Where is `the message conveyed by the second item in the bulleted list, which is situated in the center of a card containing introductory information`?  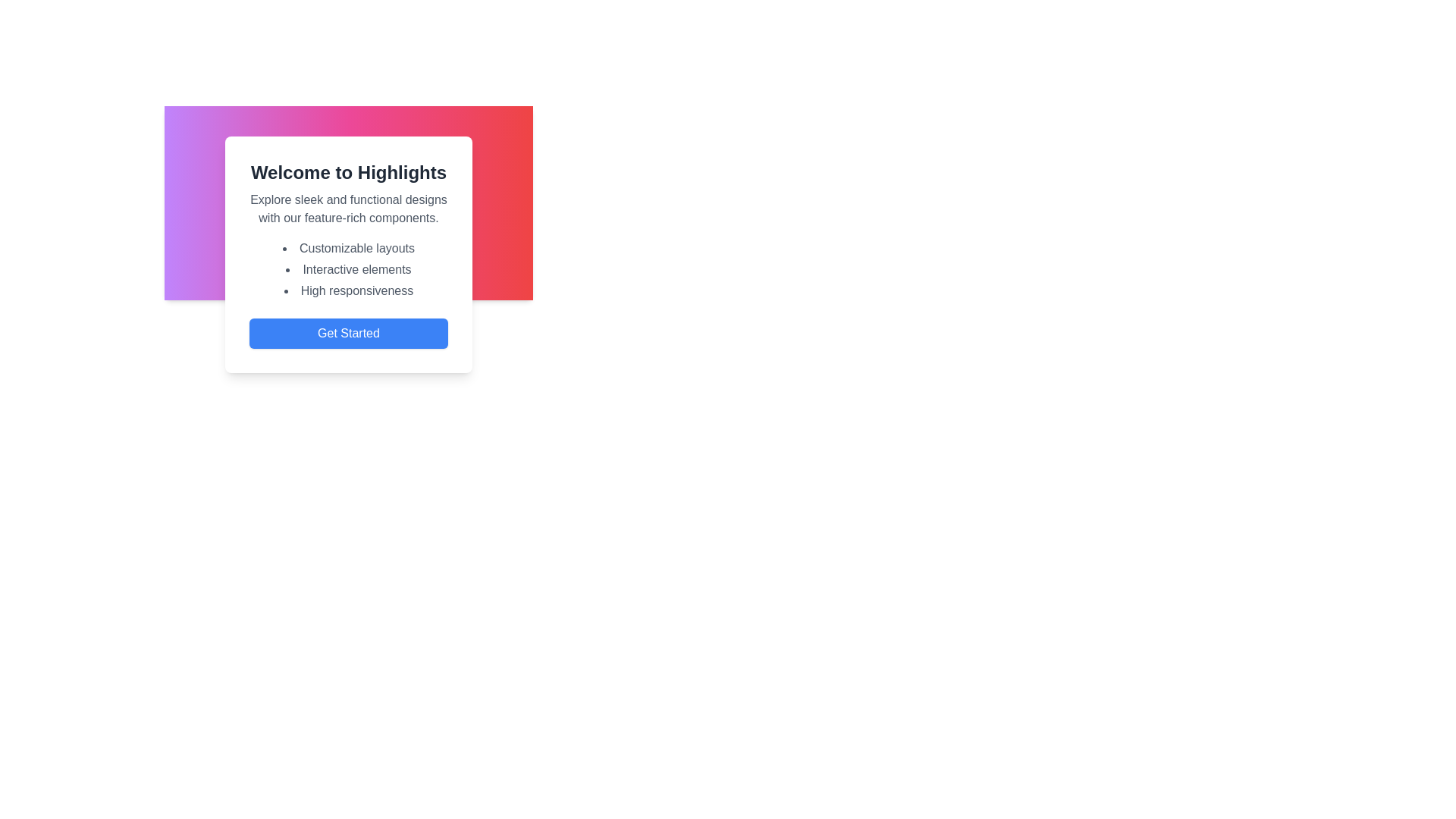
the message conveyed by the second item in the bulleted list, which is situated in the center of a card containing introductory information is located at coordinates (348, 268).